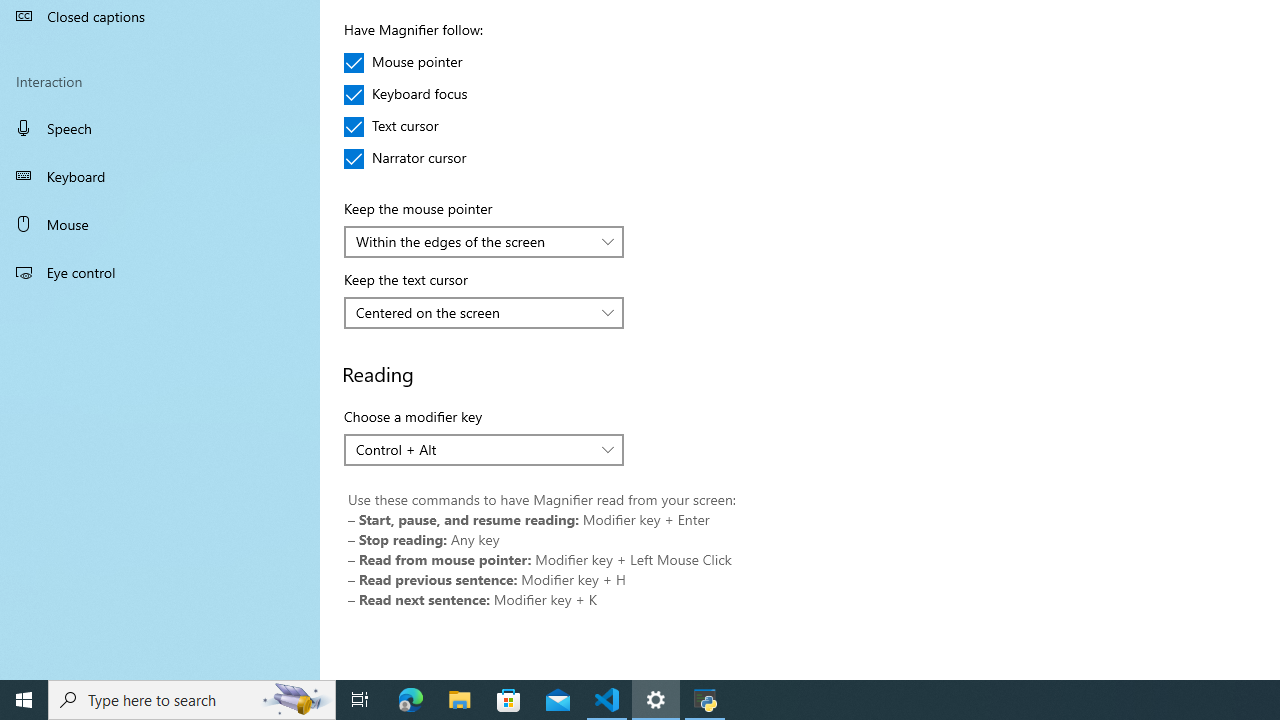 Image resolution: width=1280 pixels, height=720 pixels. What do you see at coordinates (656, 698) in the screenshot?
I see `'Settings - 1 running window'` at bounding box center [656, 698].